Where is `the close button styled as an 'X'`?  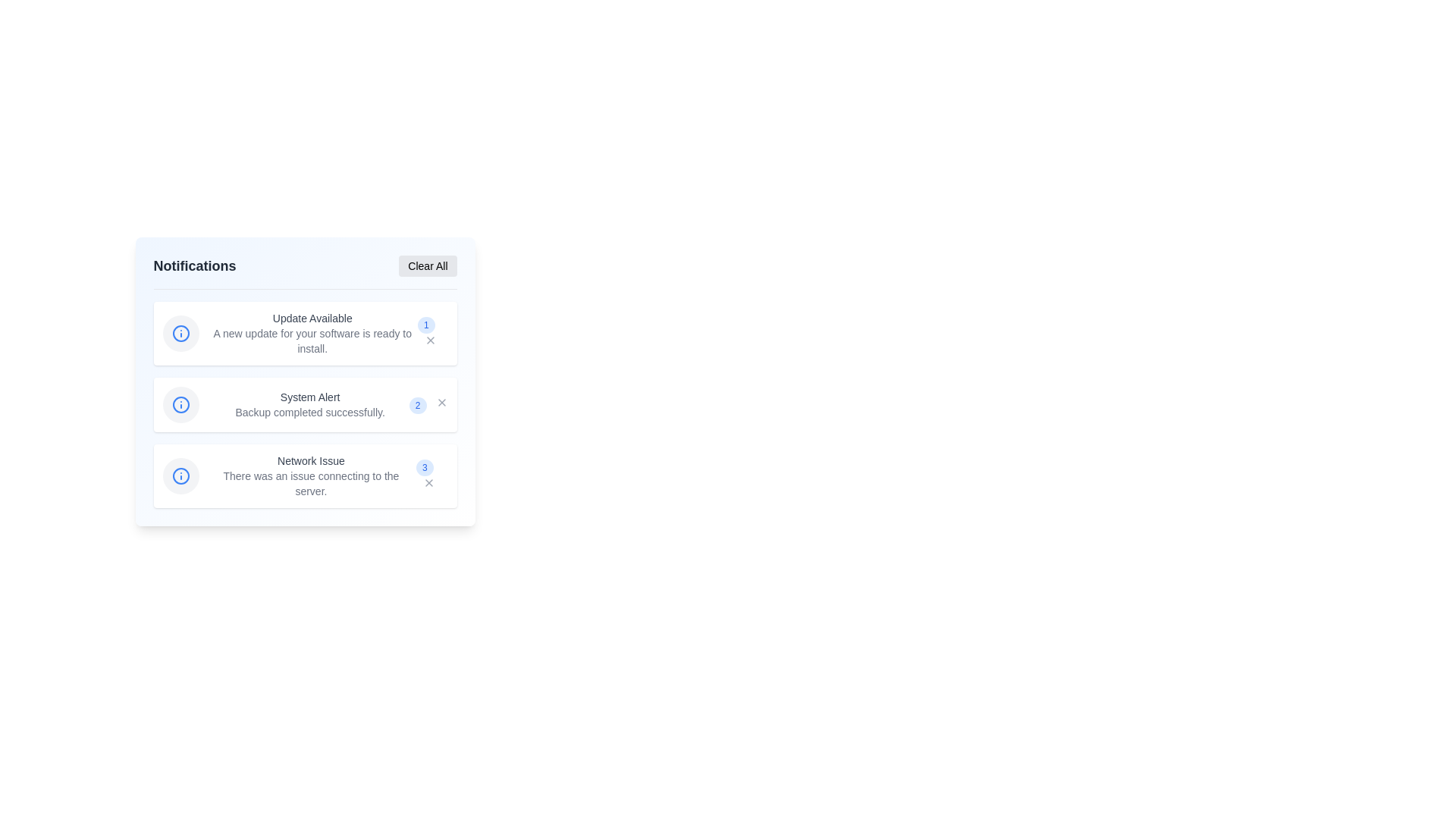 the close button styled as an 'X' is located at coordinates (429, 339).